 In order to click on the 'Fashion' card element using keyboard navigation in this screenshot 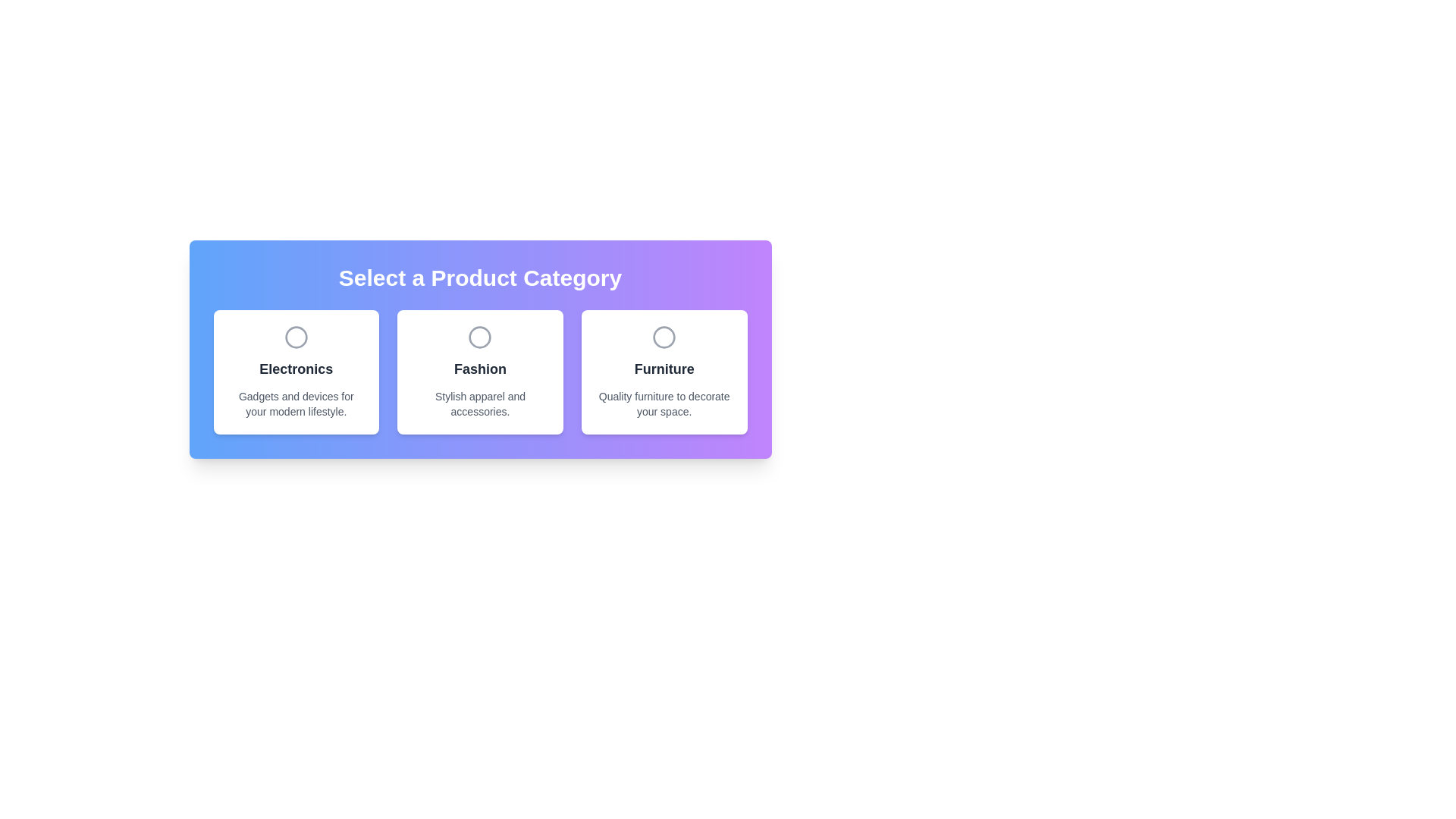, I will do `click(479, 372)`.